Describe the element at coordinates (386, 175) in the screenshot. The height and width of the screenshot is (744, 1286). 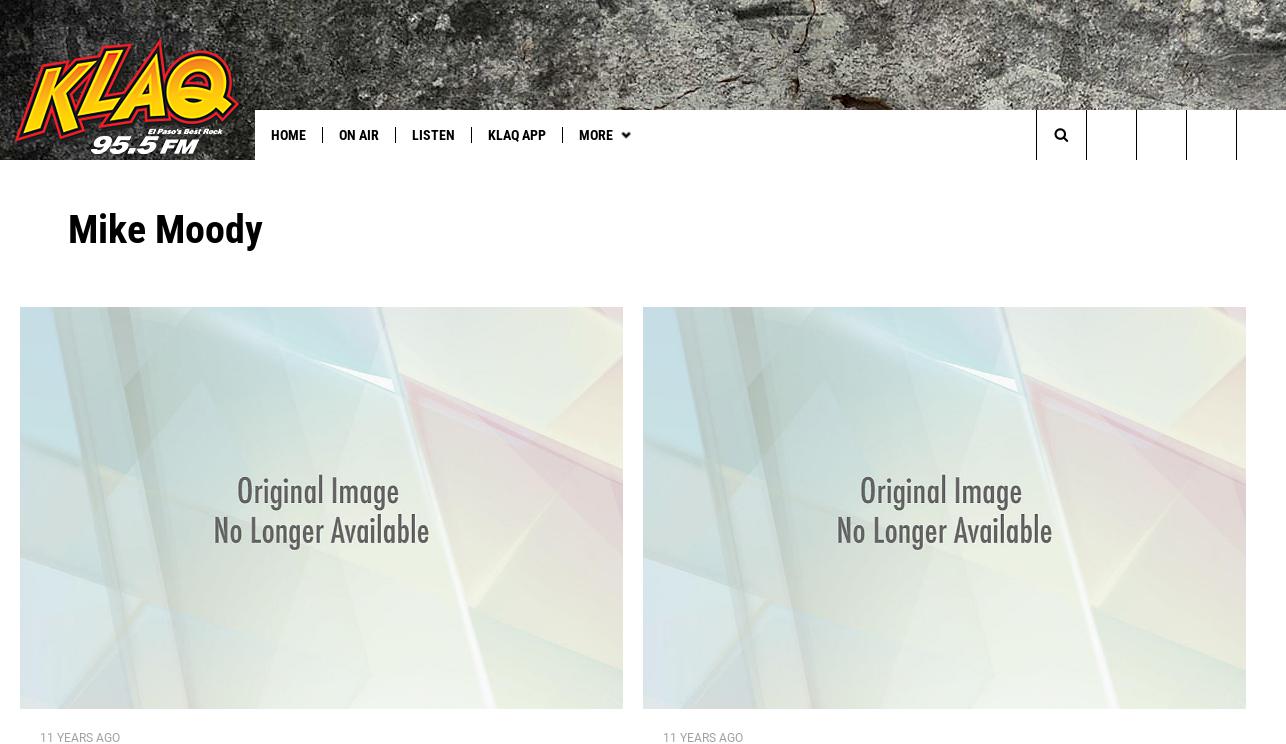
I see `'Dining Deals'` at that location.